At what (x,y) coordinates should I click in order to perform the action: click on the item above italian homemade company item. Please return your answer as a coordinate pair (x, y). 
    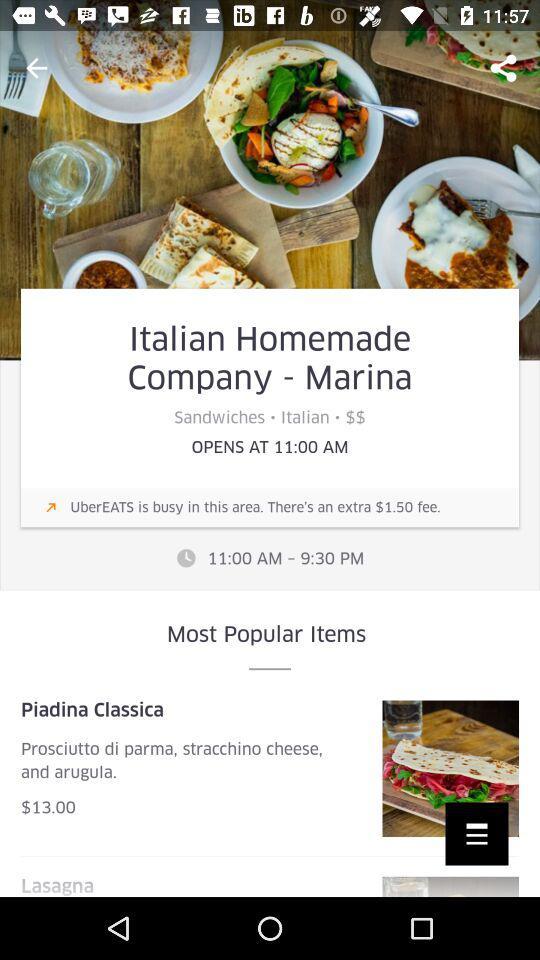
    Looking at the image, I should click on (36, 68).